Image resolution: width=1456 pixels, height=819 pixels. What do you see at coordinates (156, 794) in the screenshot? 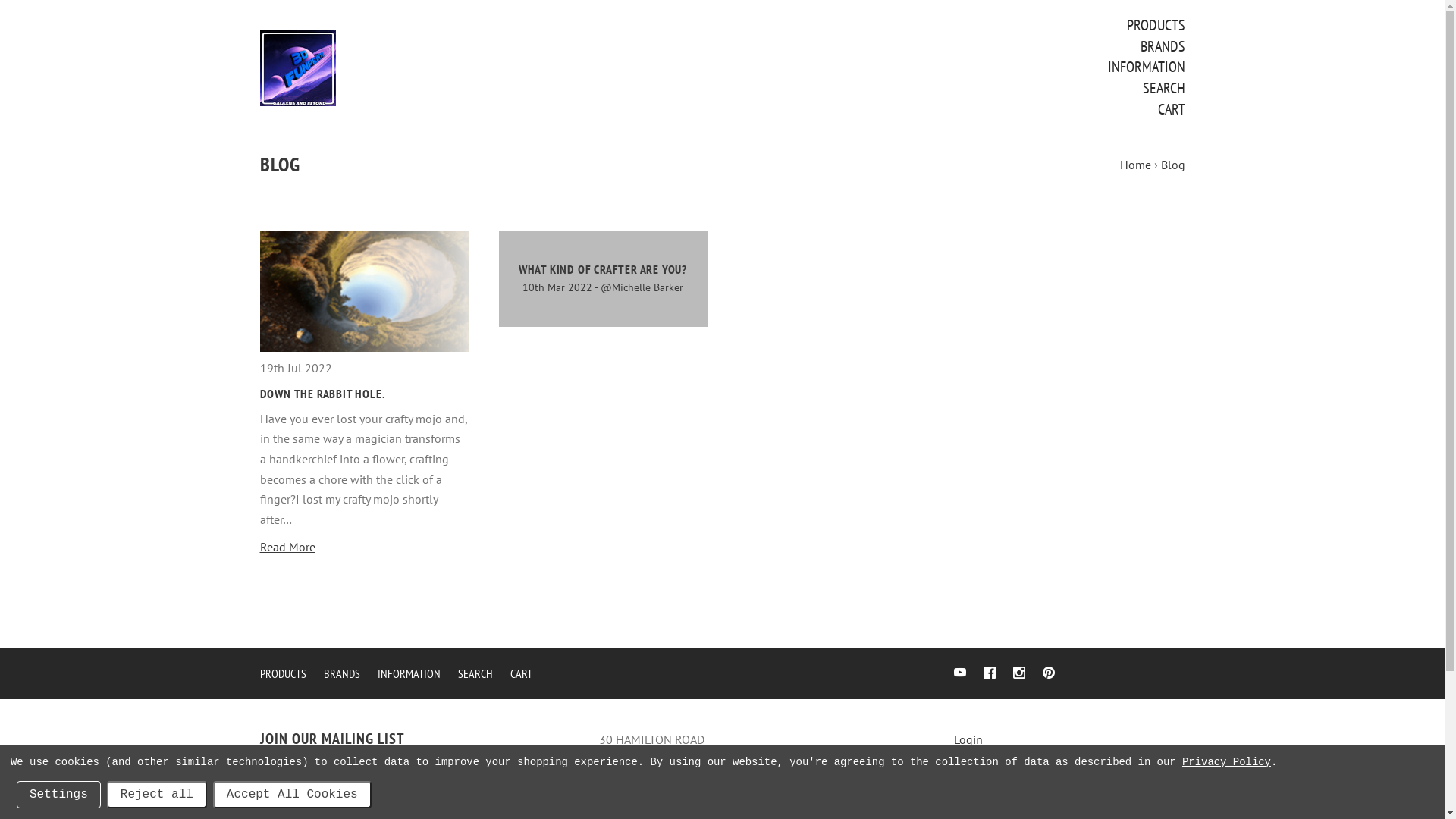
I see `'Reject all'` at bounding box center [156, 794].